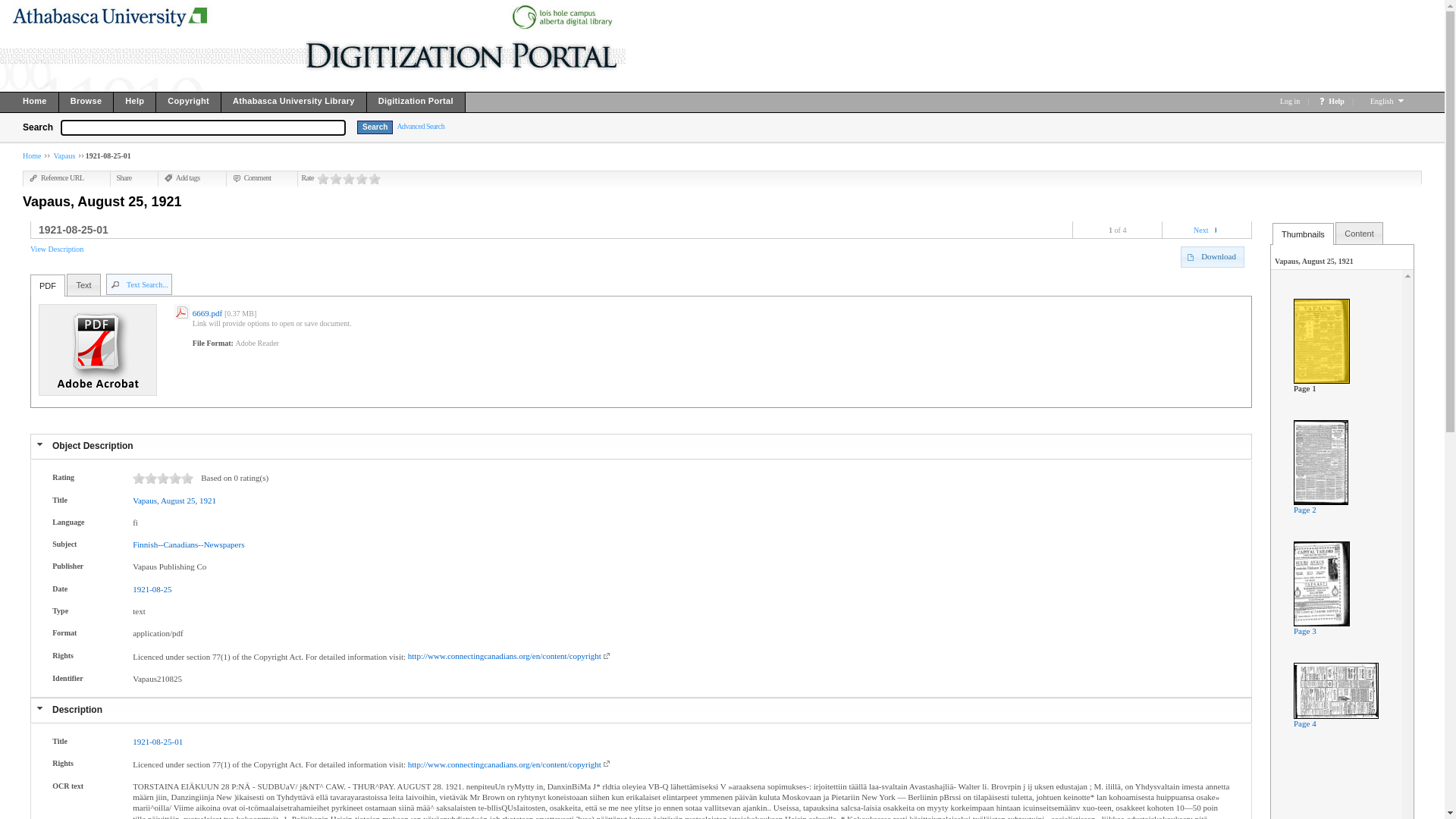  Describe the element at coordinates (152, 588) in the screenshot. I see `'1921-08-25'` at that location.